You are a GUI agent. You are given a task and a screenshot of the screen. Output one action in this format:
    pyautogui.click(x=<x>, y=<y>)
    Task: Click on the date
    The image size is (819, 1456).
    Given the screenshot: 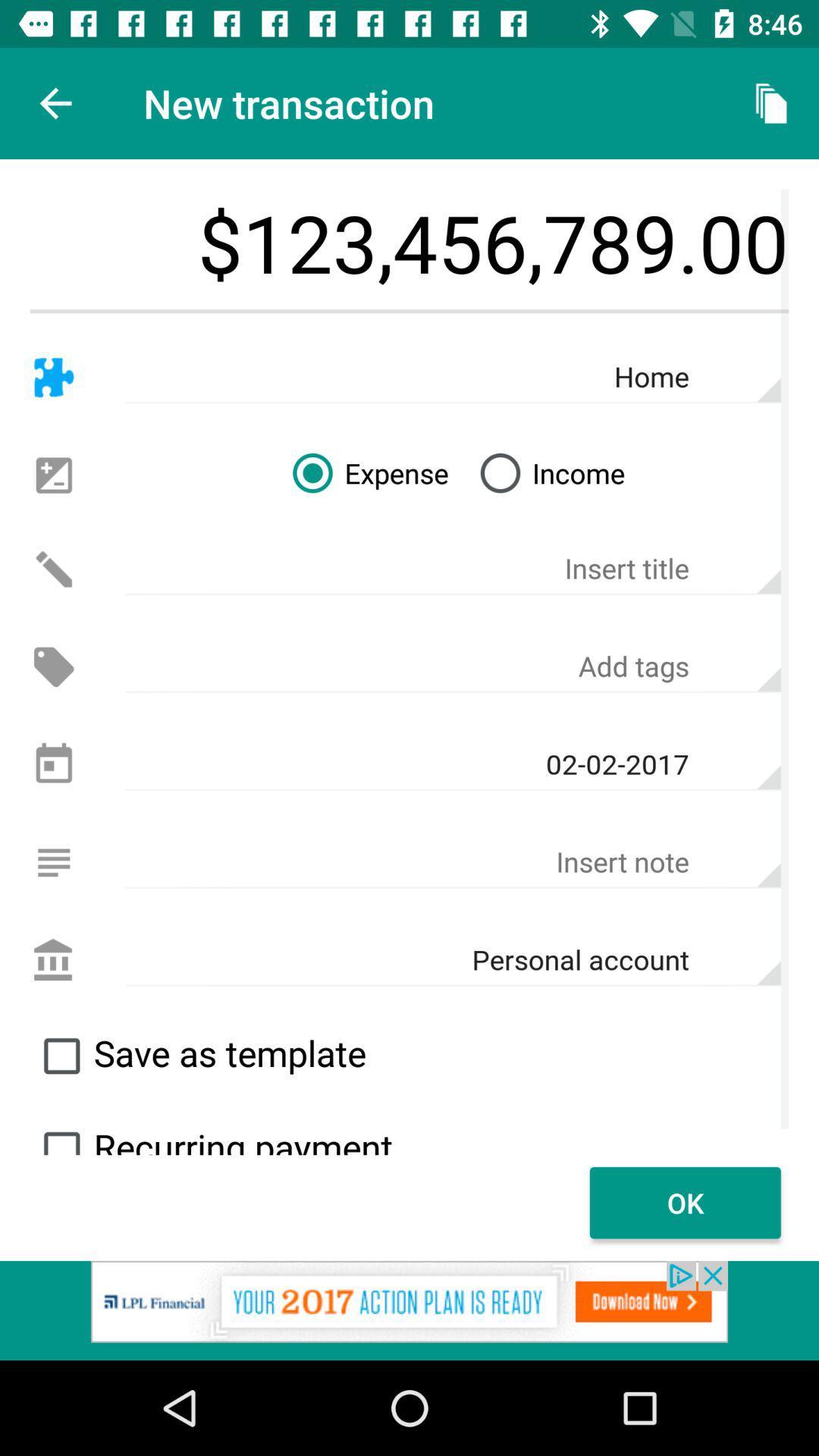 What is the action you would take?
    pyautogui.click(x=53, y=764)
    